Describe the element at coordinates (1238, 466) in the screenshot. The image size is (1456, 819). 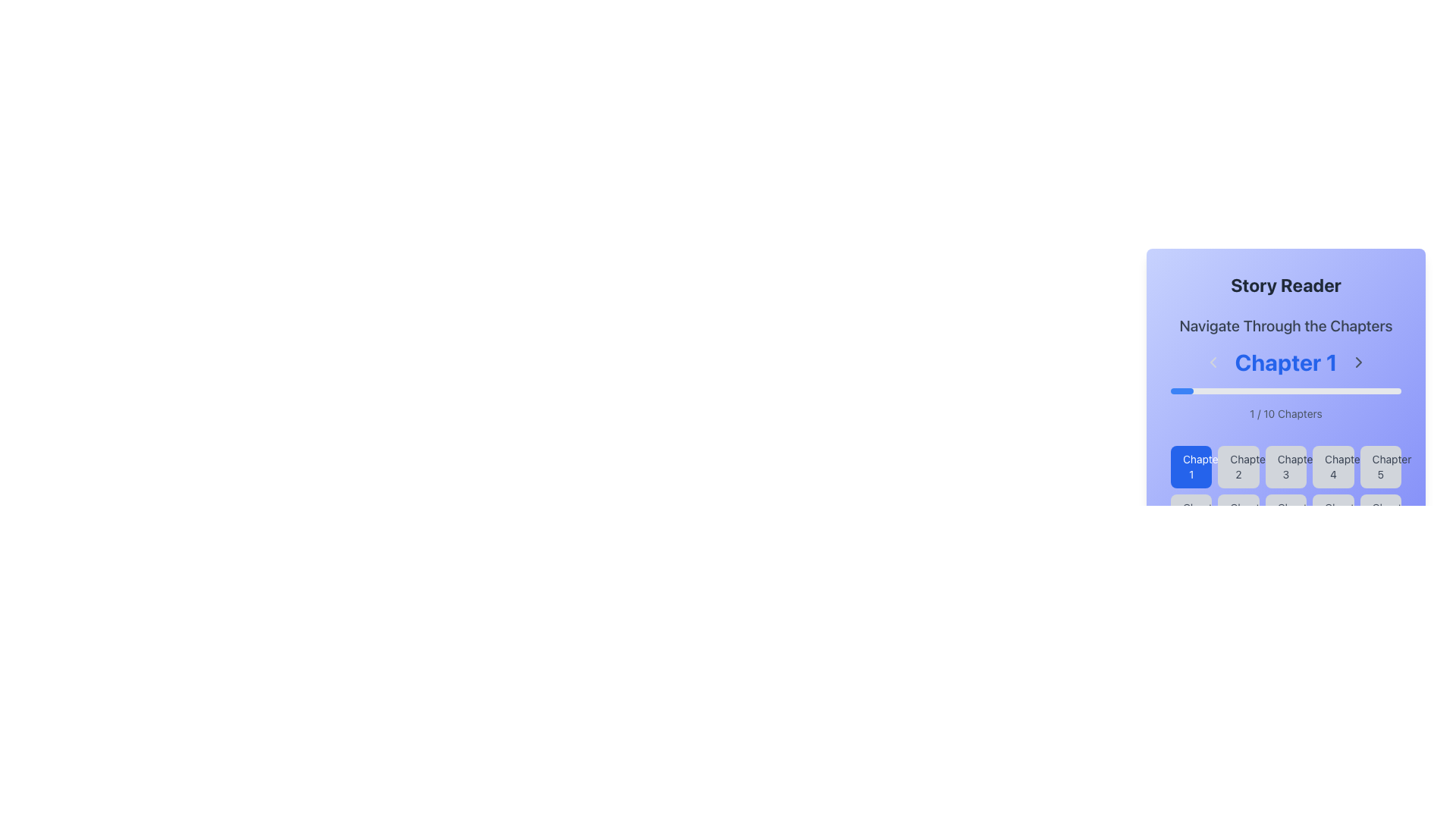
I see `the button that navigates to Chapter 2 to observe the hover effect` at that location.